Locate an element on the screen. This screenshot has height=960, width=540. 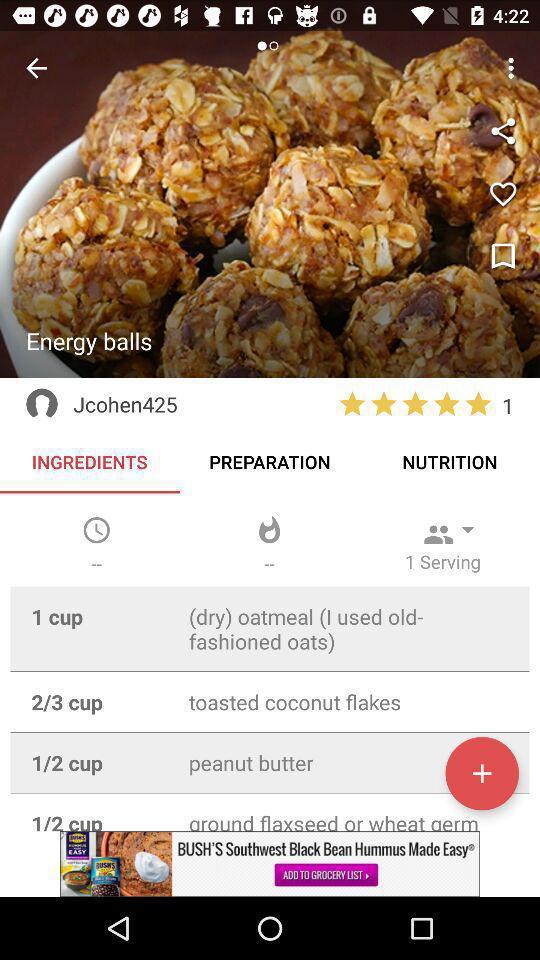
the bookmark icon is located at coordinates (502, 256).